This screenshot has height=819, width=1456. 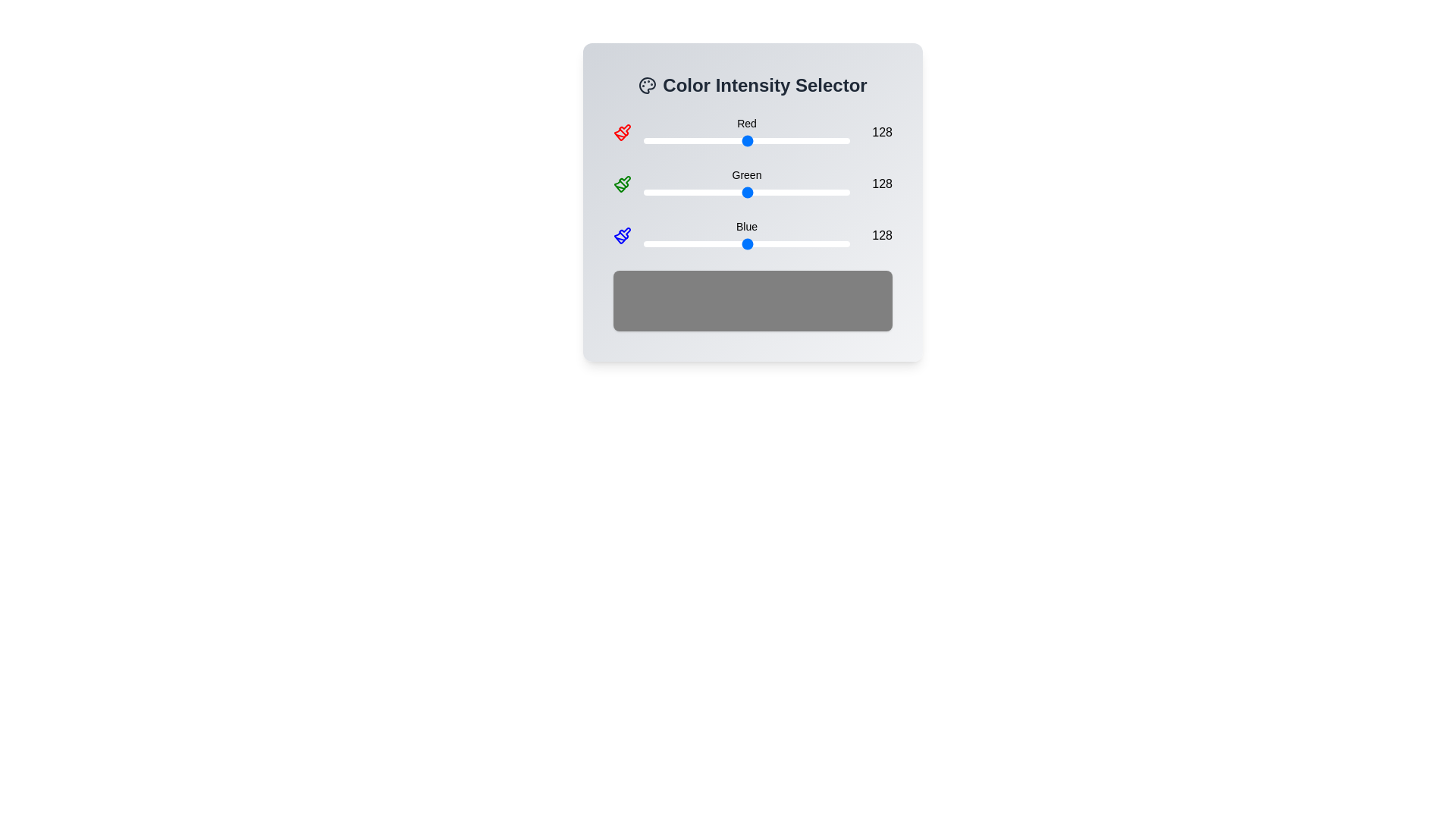 I want to click on the blue color intensity, so click(x=792, y=243).